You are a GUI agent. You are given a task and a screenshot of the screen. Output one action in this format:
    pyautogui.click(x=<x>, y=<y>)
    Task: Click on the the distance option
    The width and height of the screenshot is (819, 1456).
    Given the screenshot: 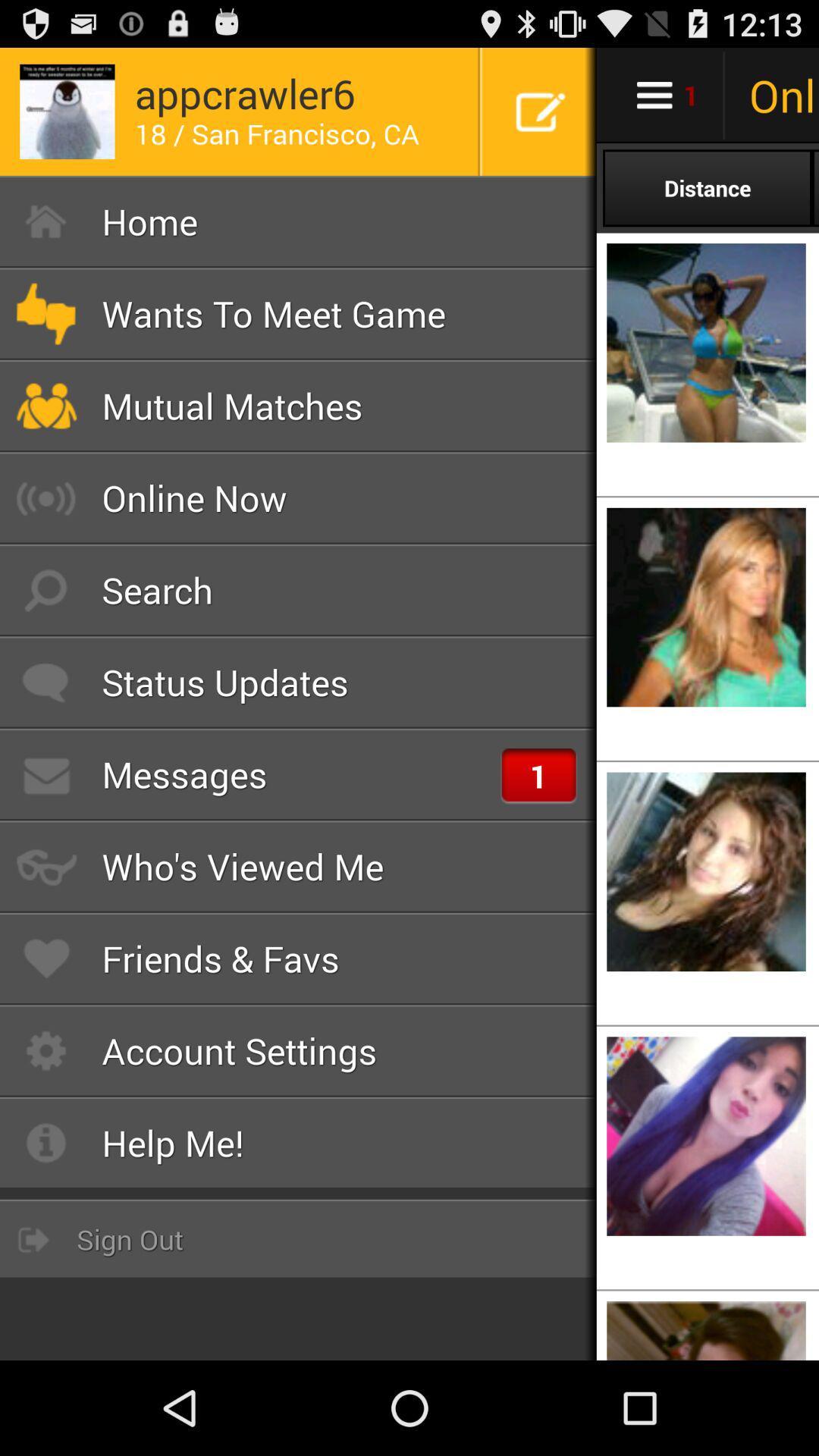 What is the action you would take?
    pyautogui.click(x=708, y=187)
    